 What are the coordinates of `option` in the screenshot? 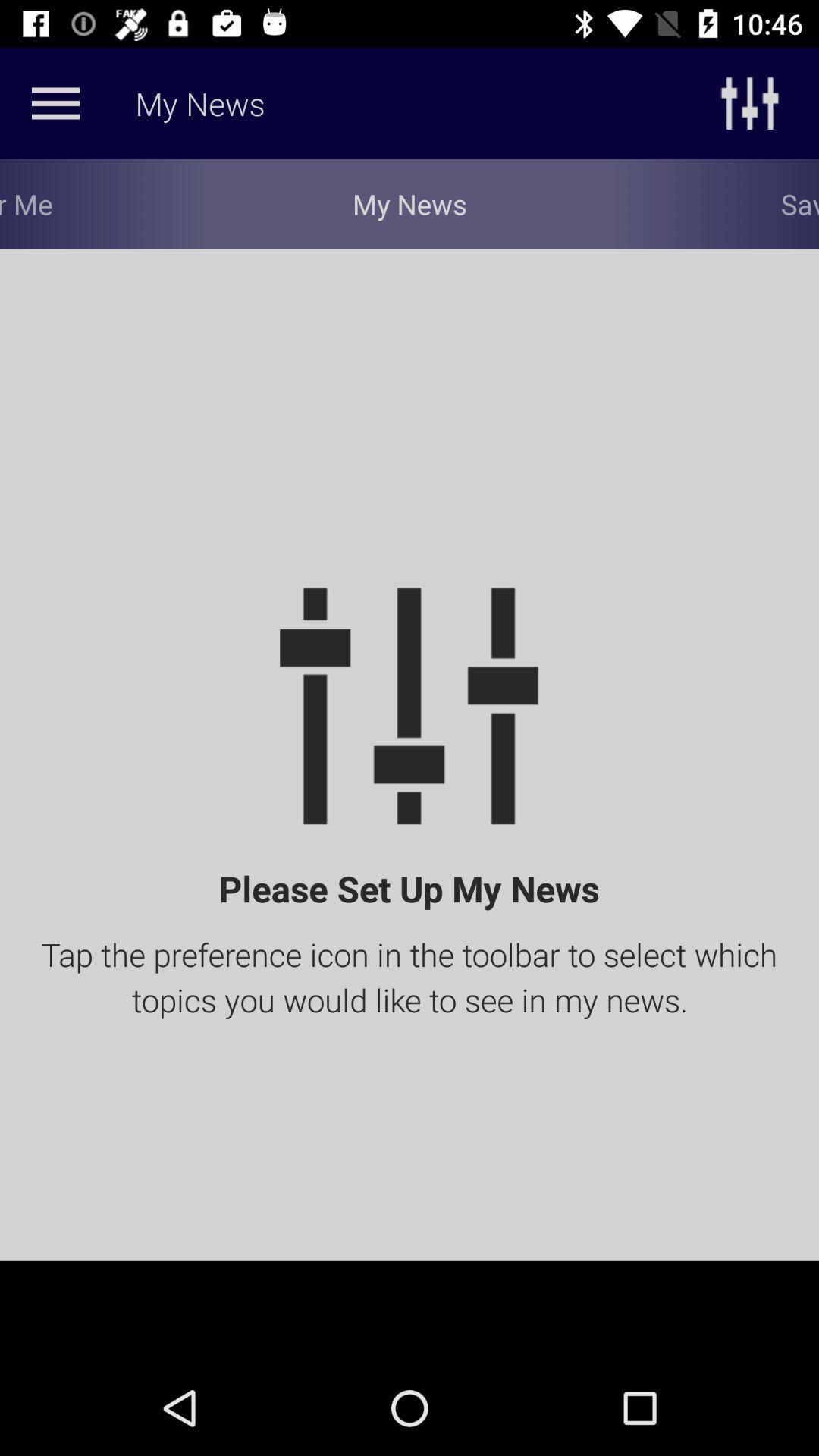 It's located at (55, 102).